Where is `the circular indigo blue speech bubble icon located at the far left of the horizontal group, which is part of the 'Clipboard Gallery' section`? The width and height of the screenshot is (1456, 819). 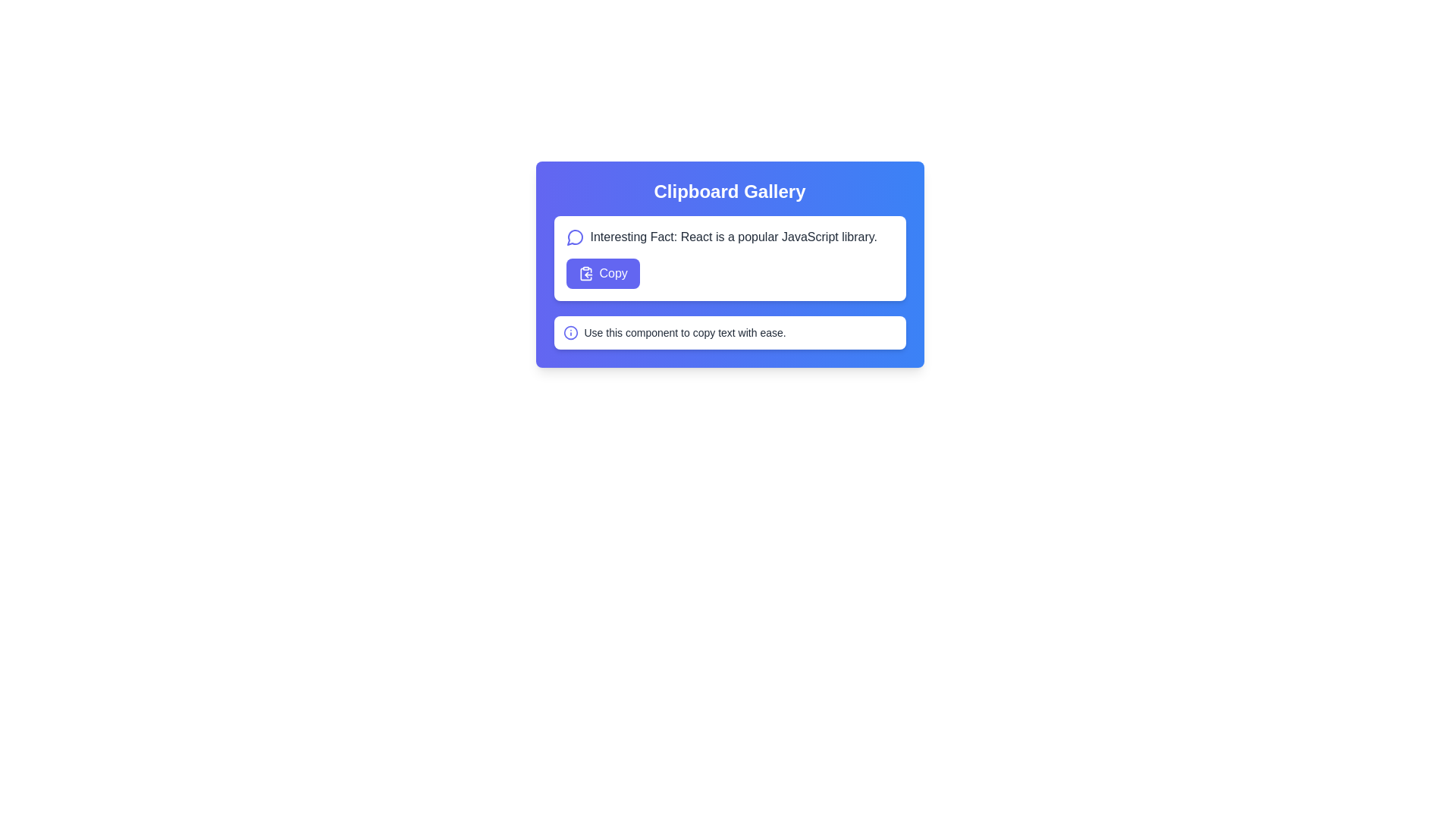
the circular indigo blue speech bubble icon located at the far left of the horizontal group, which is part of the 'Clipboard Gallery' section is located at coordinates (574, 237).